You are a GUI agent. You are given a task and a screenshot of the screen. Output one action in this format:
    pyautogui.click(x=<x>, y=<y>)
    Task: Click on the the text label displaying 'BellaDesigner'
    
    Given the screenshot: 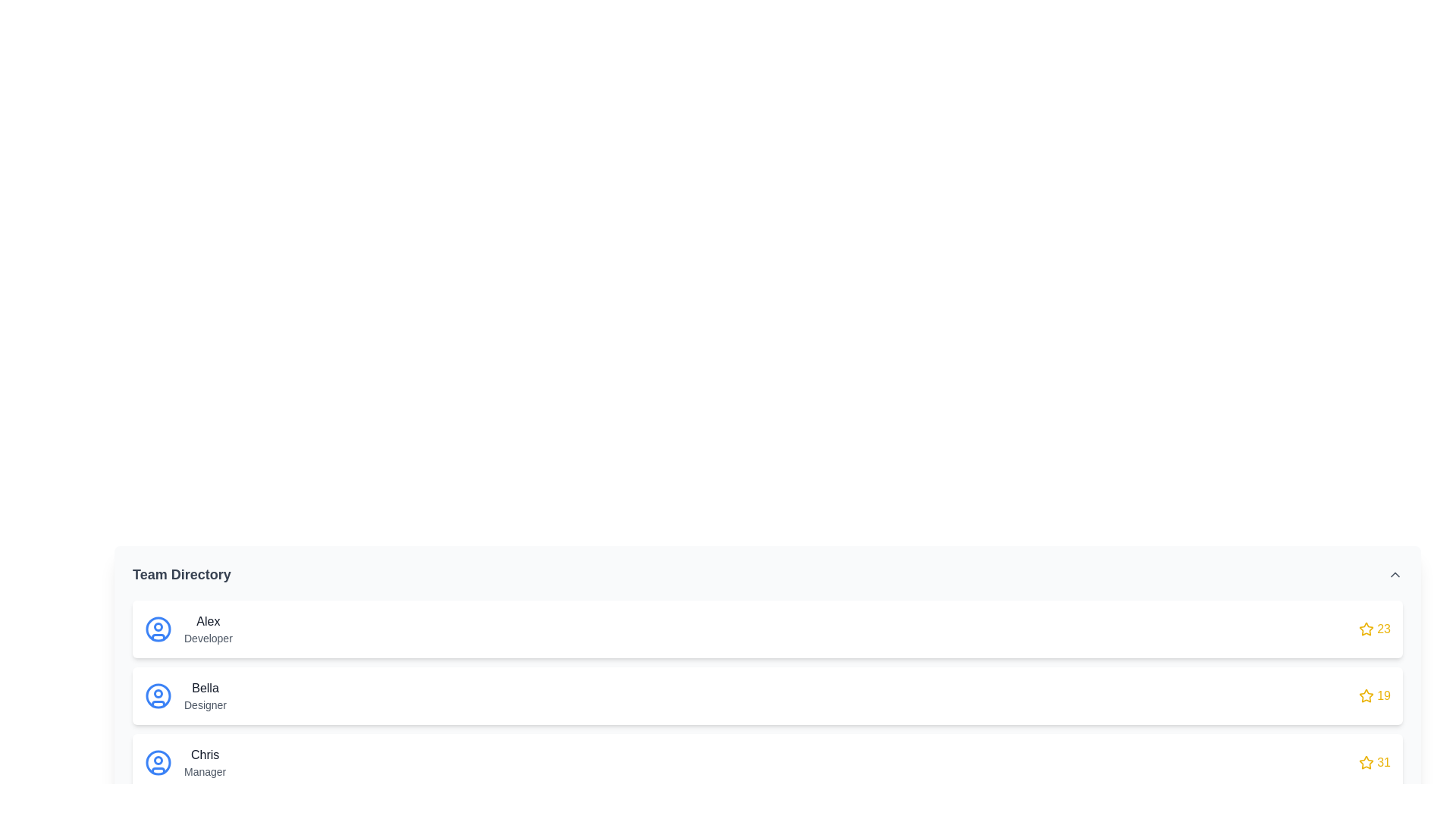 What is the action you would take?
    pyautogui.click(x=205, y=696)
    